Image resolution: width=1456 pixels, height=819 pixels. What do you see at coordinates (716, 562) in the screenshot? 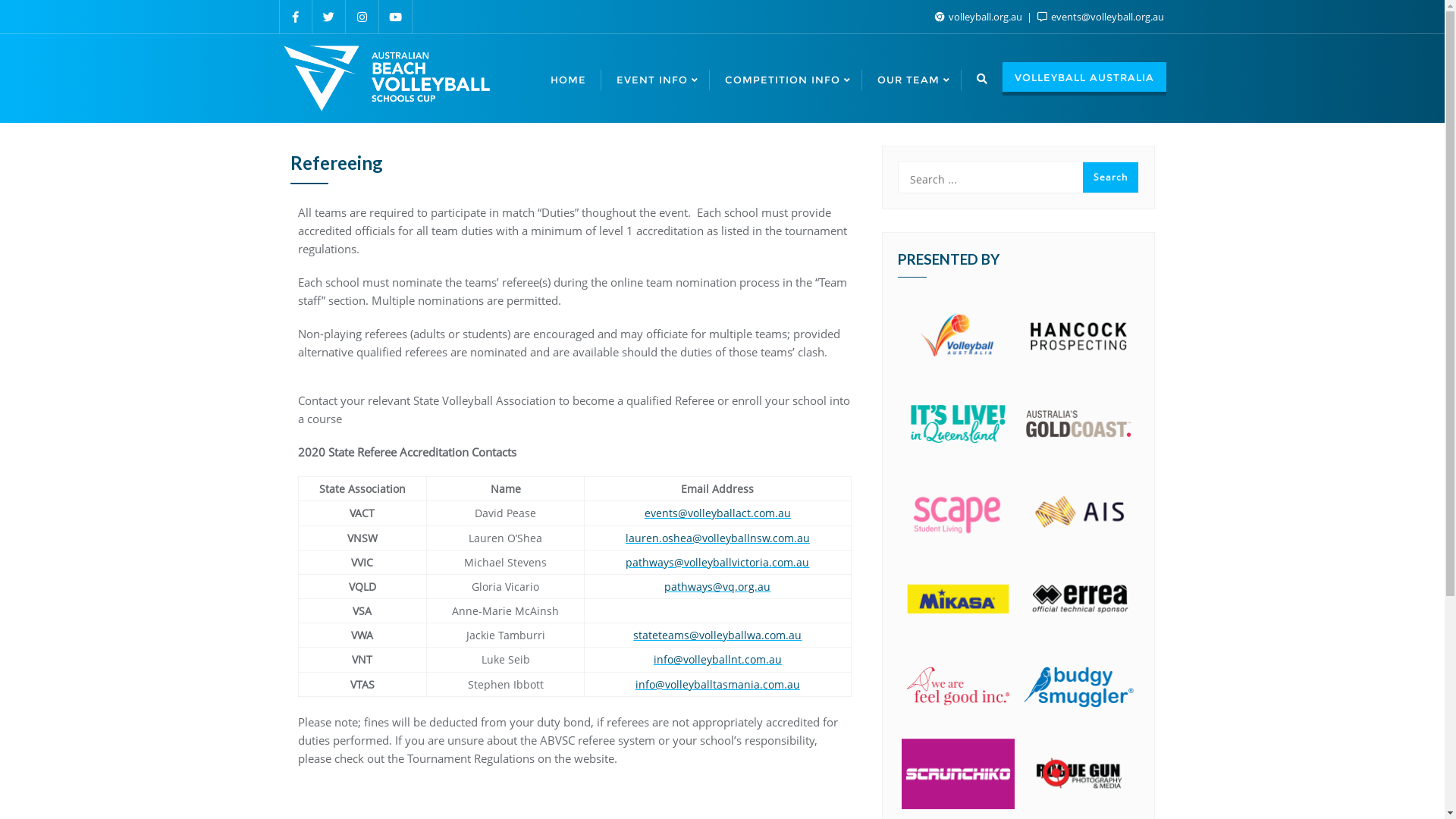
I see `'pathways@volleyballvictoria.com.au'` at bounding box center [716, 562].